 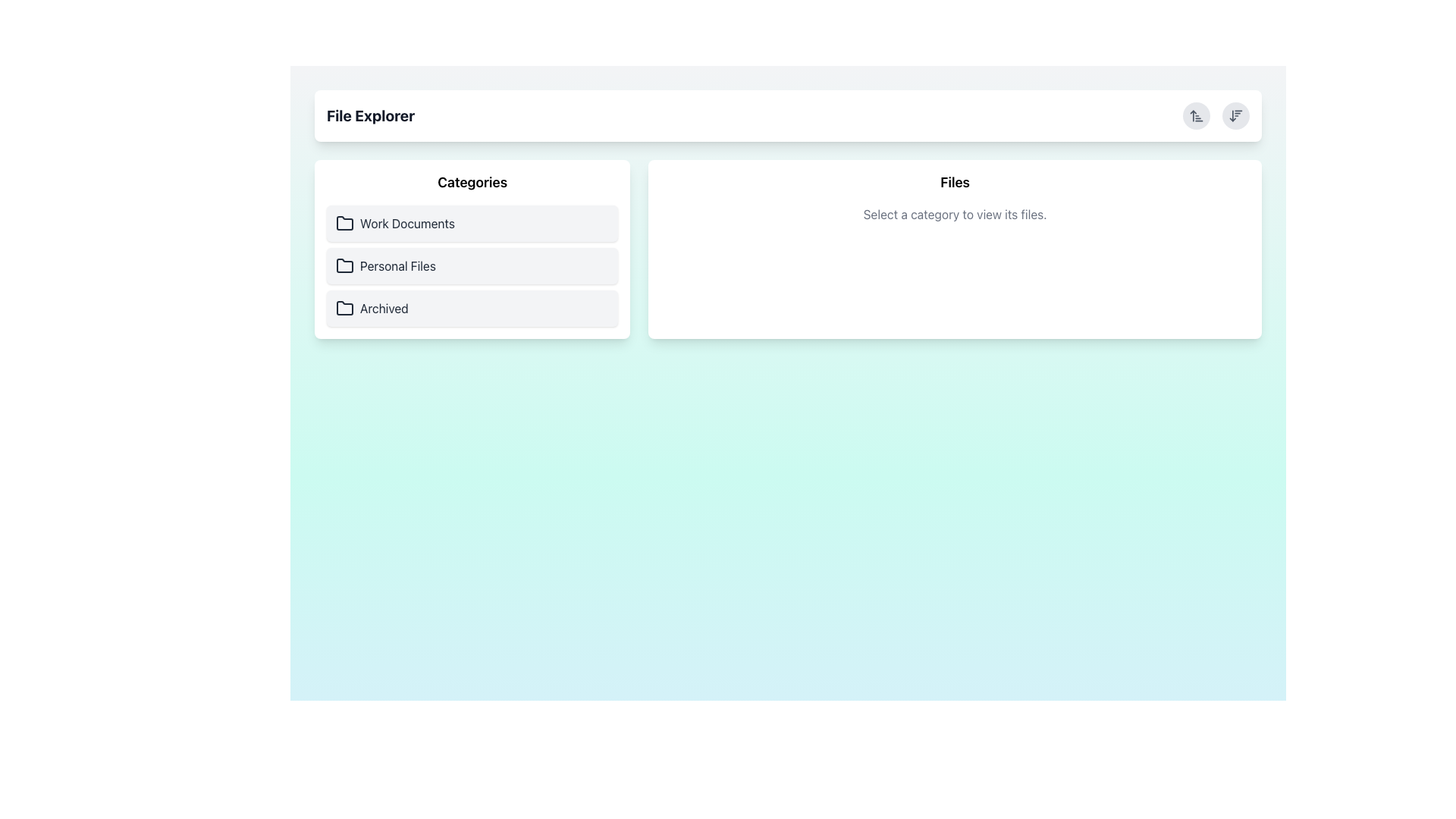 What do you see at coordinates (344, 223) in the screenshot?
I see `the folder icon styled with a simple outline design, located to the left of the text 'Work Documents' in the 'Categories' list` at bounding box center [344, 223].